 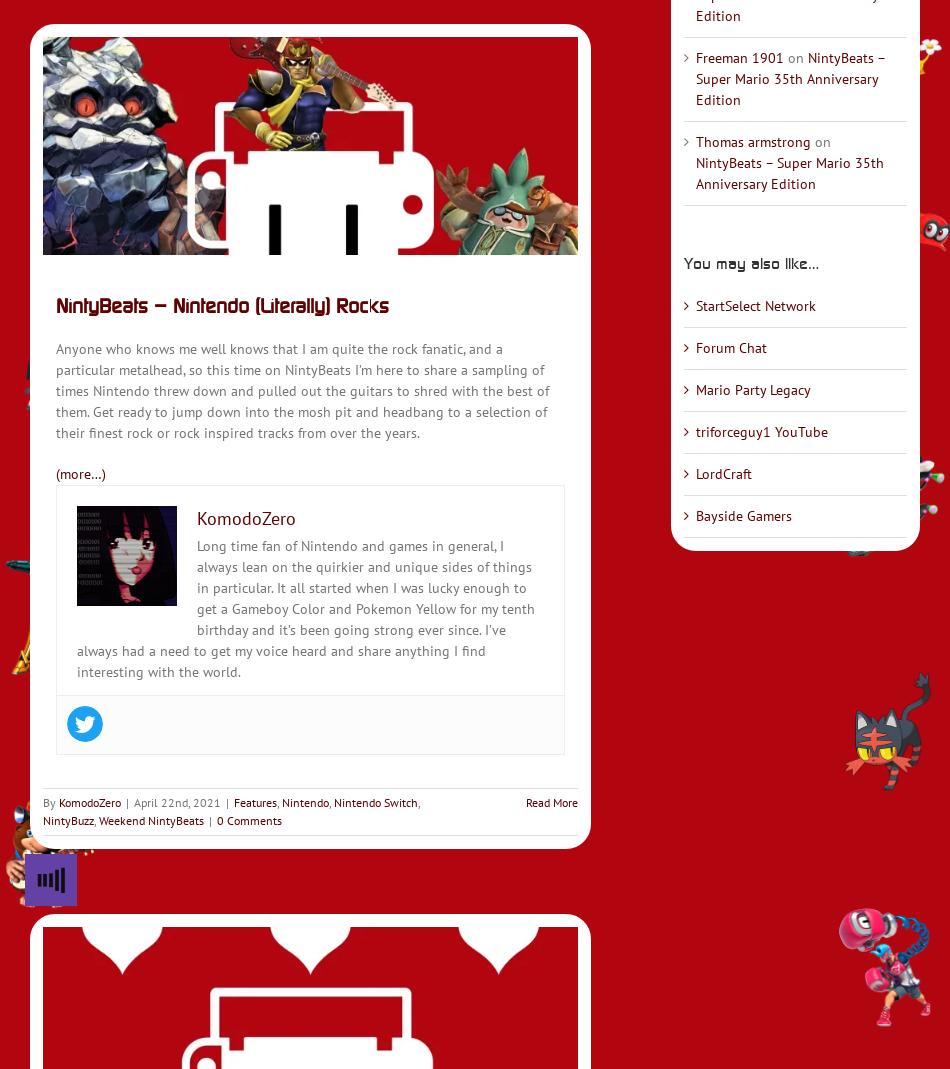 What do you see at coordinates (722, 472) in the screenshot?
I see `'LordCraft'` at bounding box center [722, 472].